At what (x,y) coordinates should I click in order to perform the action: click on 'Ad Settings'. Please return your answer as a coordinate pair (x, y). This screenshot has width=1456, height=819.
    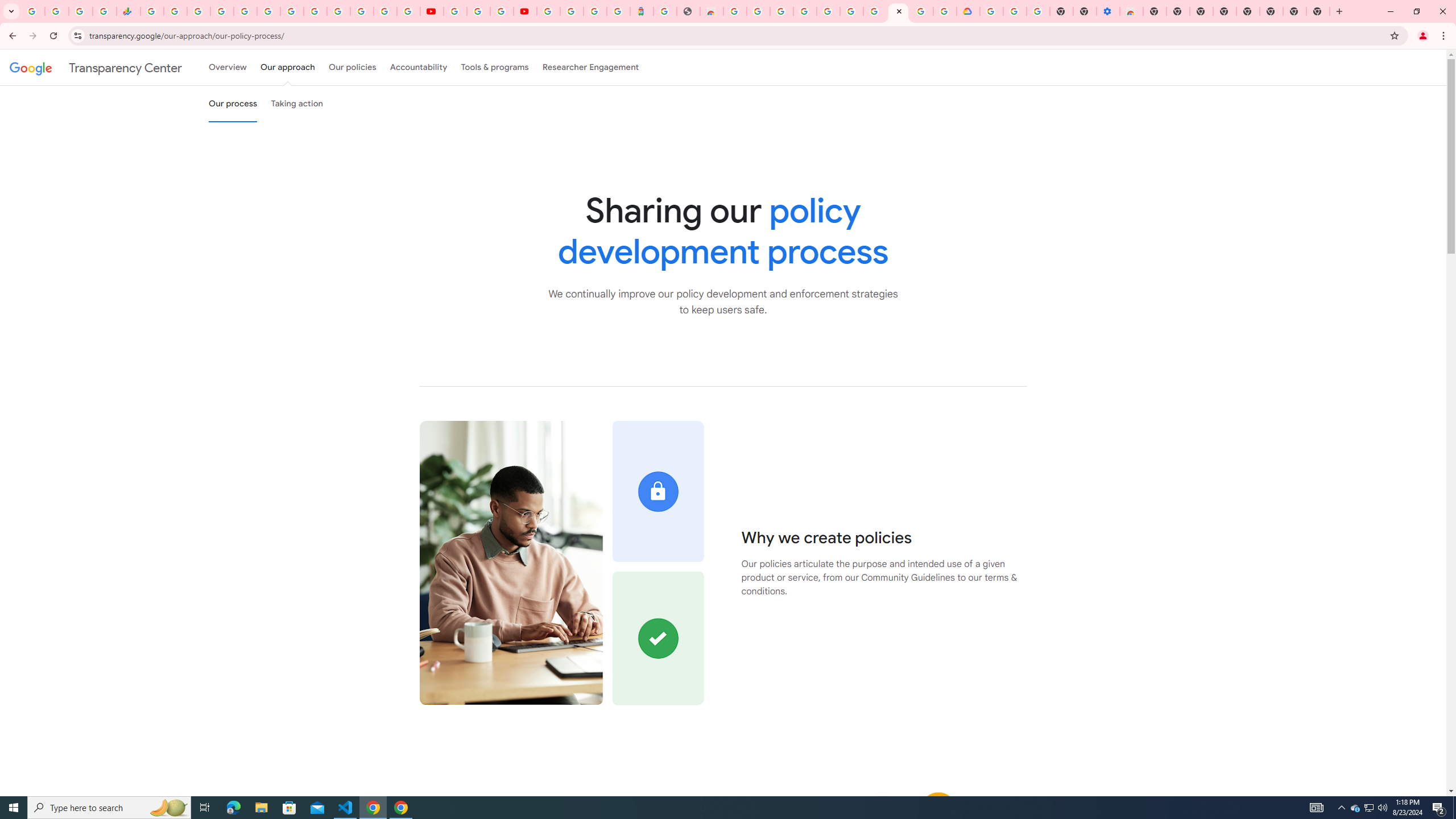
    Looking at the image, I should click on (804, 11).